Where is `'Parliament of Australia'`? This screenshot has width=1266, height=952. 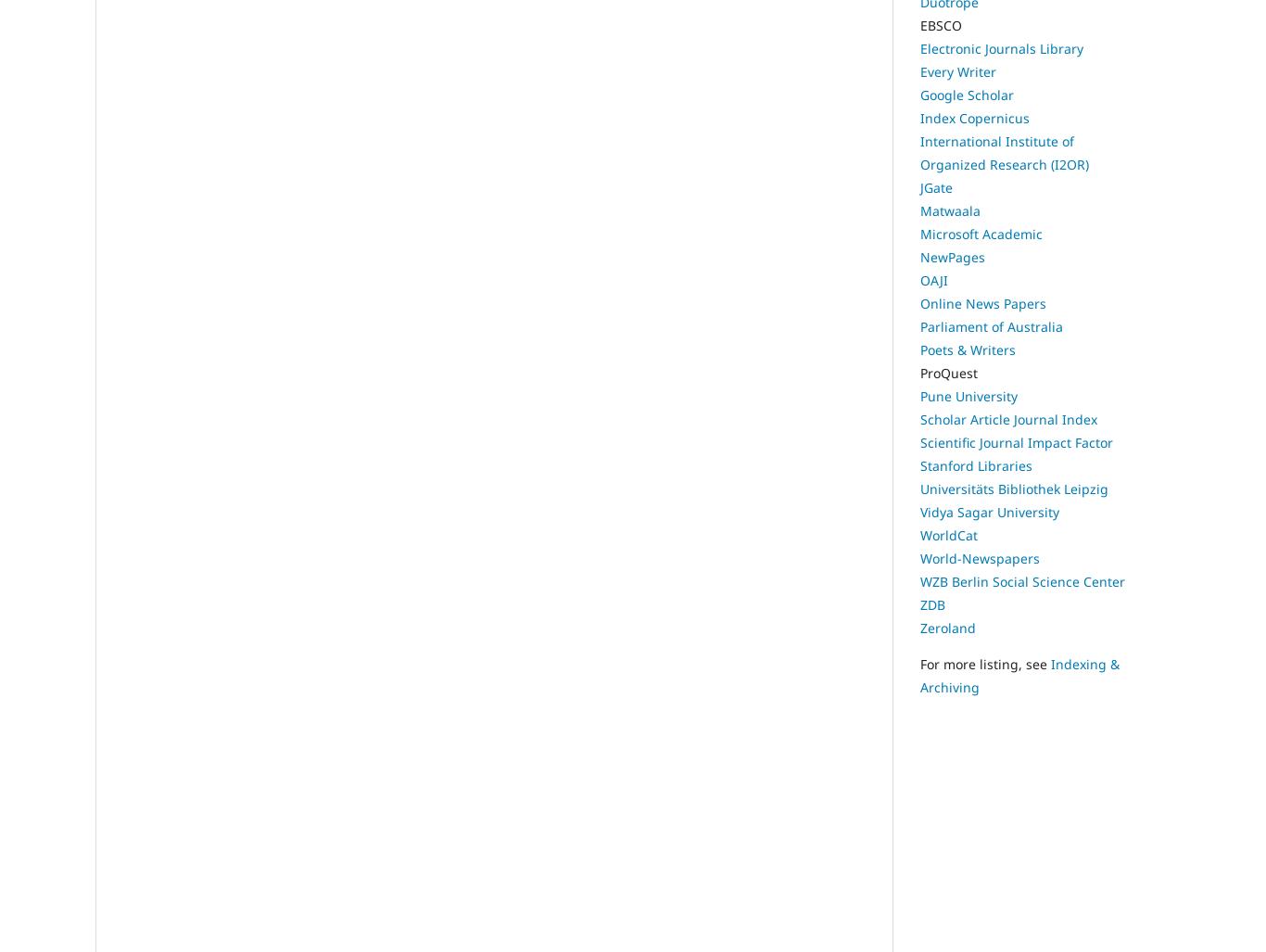 'Parliament of Australia' is located at coordinates (990, 326).